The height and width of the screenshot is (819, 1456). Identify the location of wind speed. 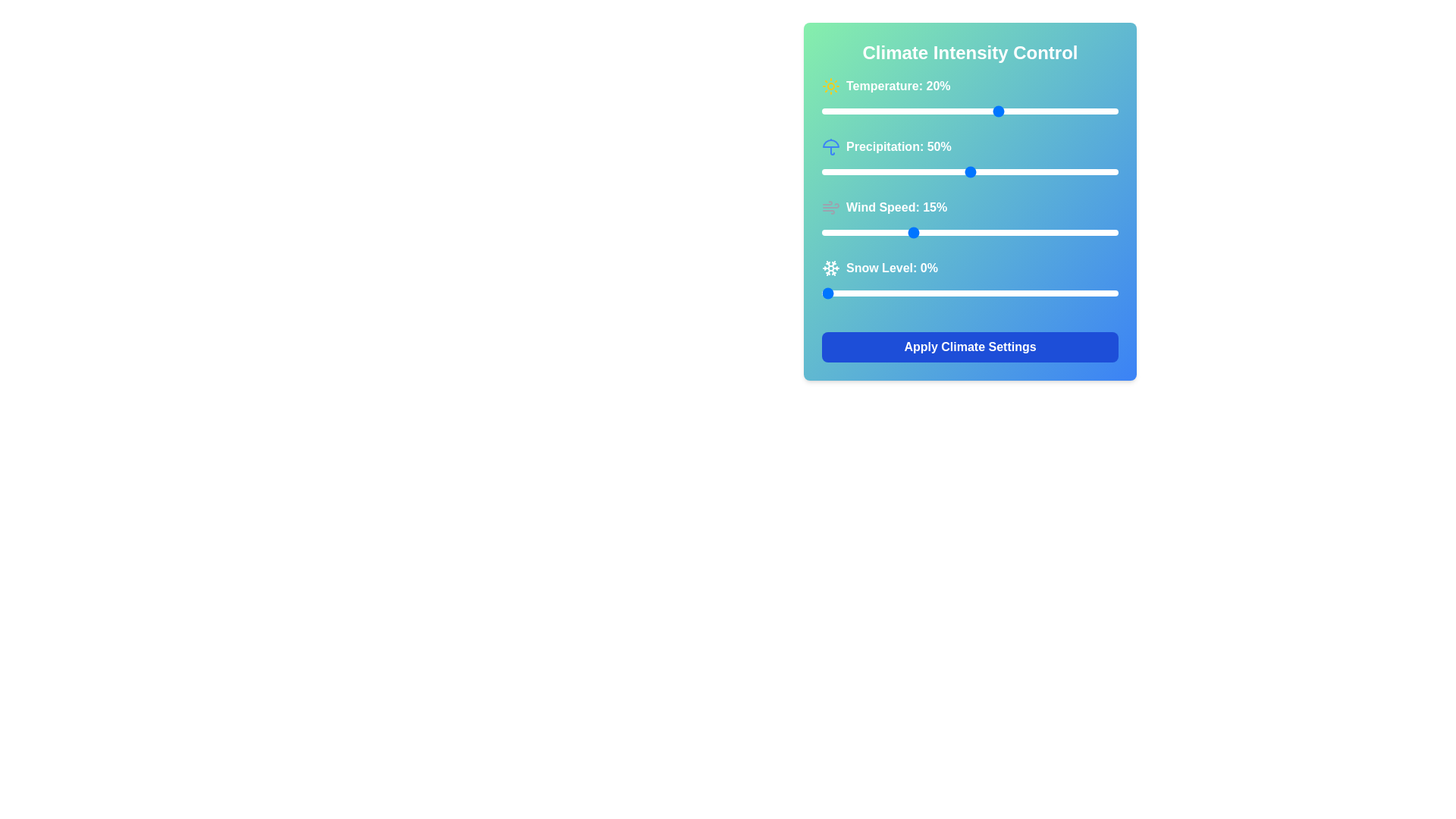
(1006, 233).